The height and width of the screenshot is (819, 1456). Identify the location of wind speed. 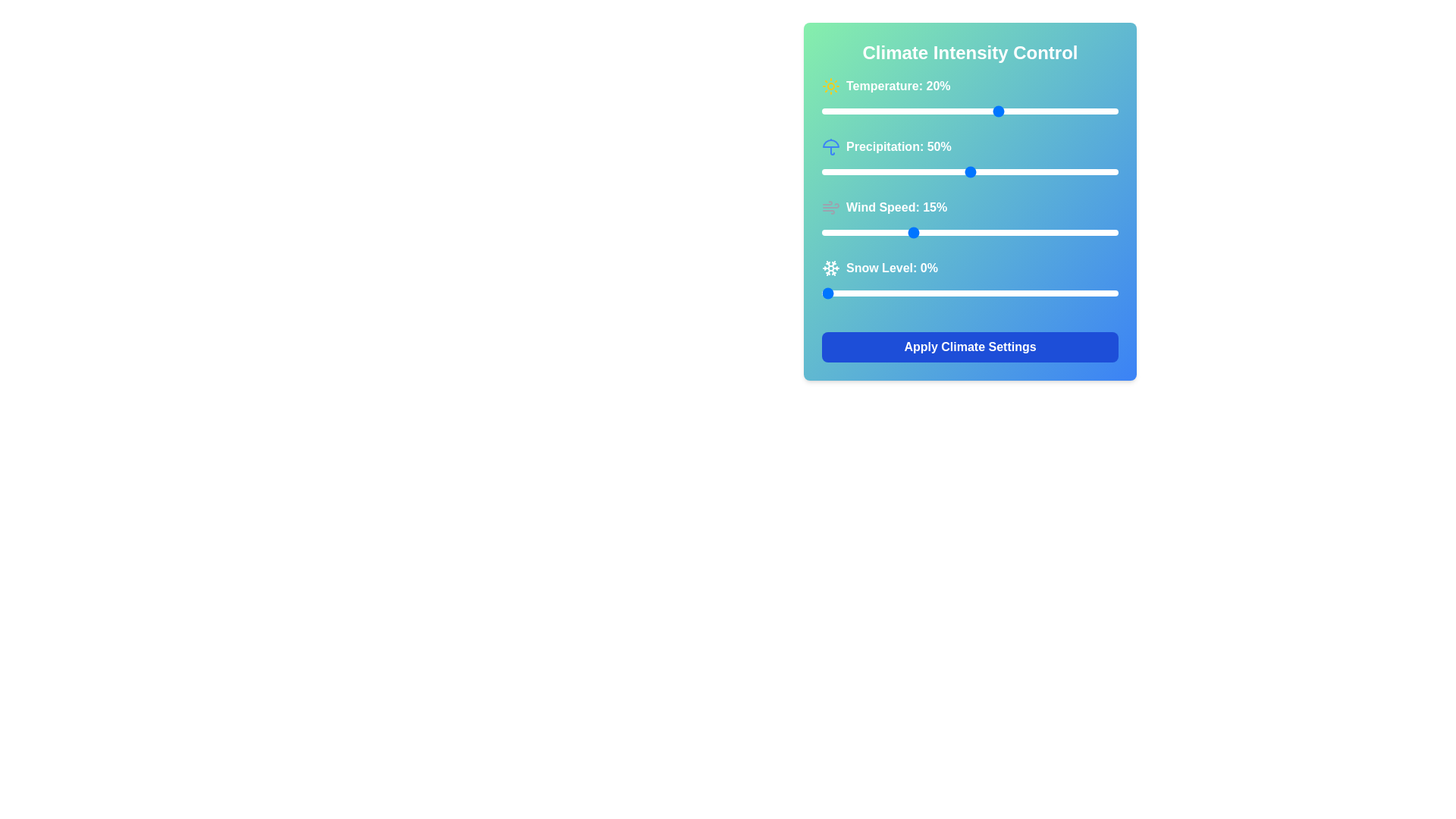
(1006, 233).